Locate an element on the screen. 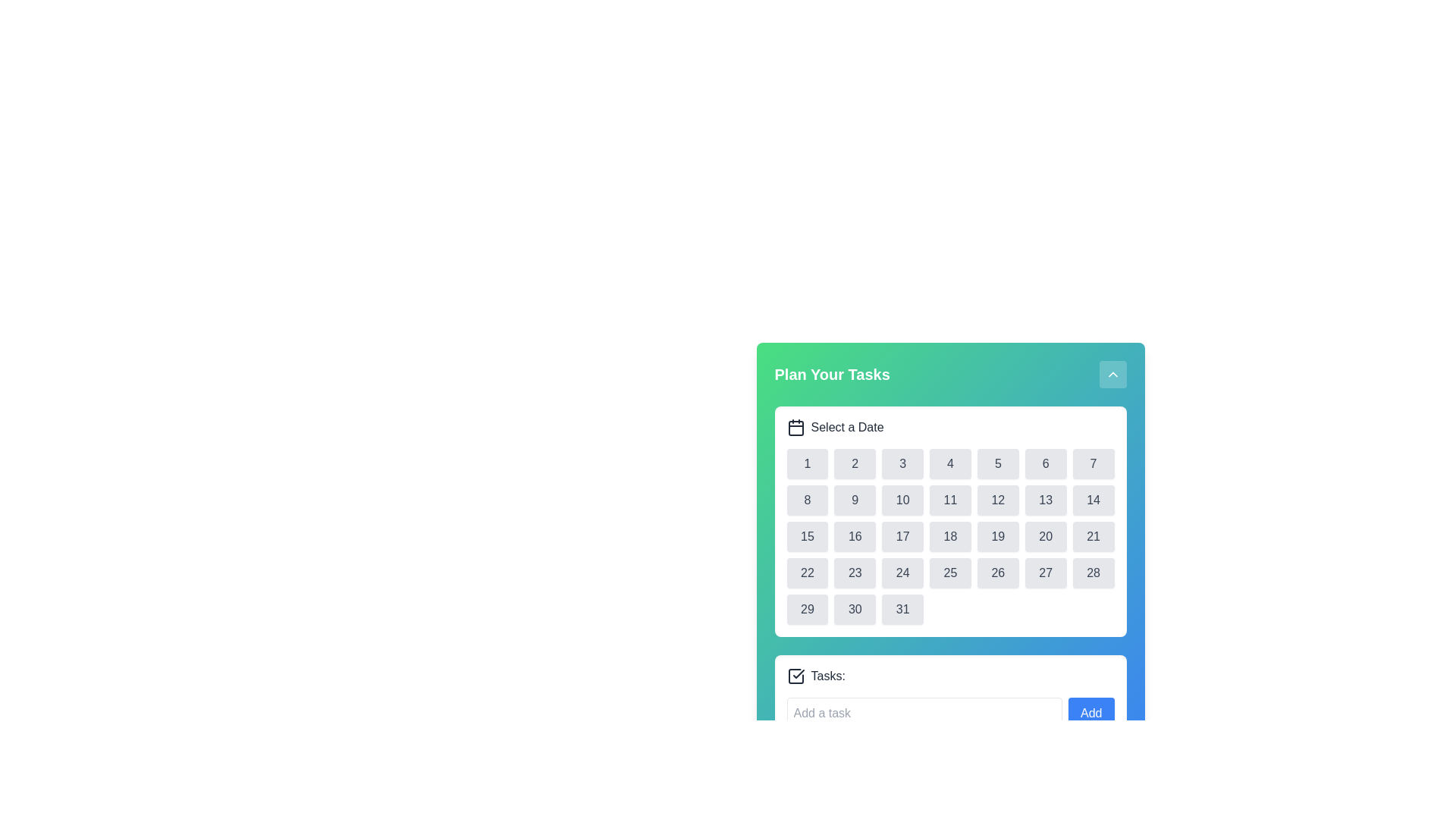  the button representing the date '12' in the second row and fifth column of the calendar grid is located at coordinates (998, 500).